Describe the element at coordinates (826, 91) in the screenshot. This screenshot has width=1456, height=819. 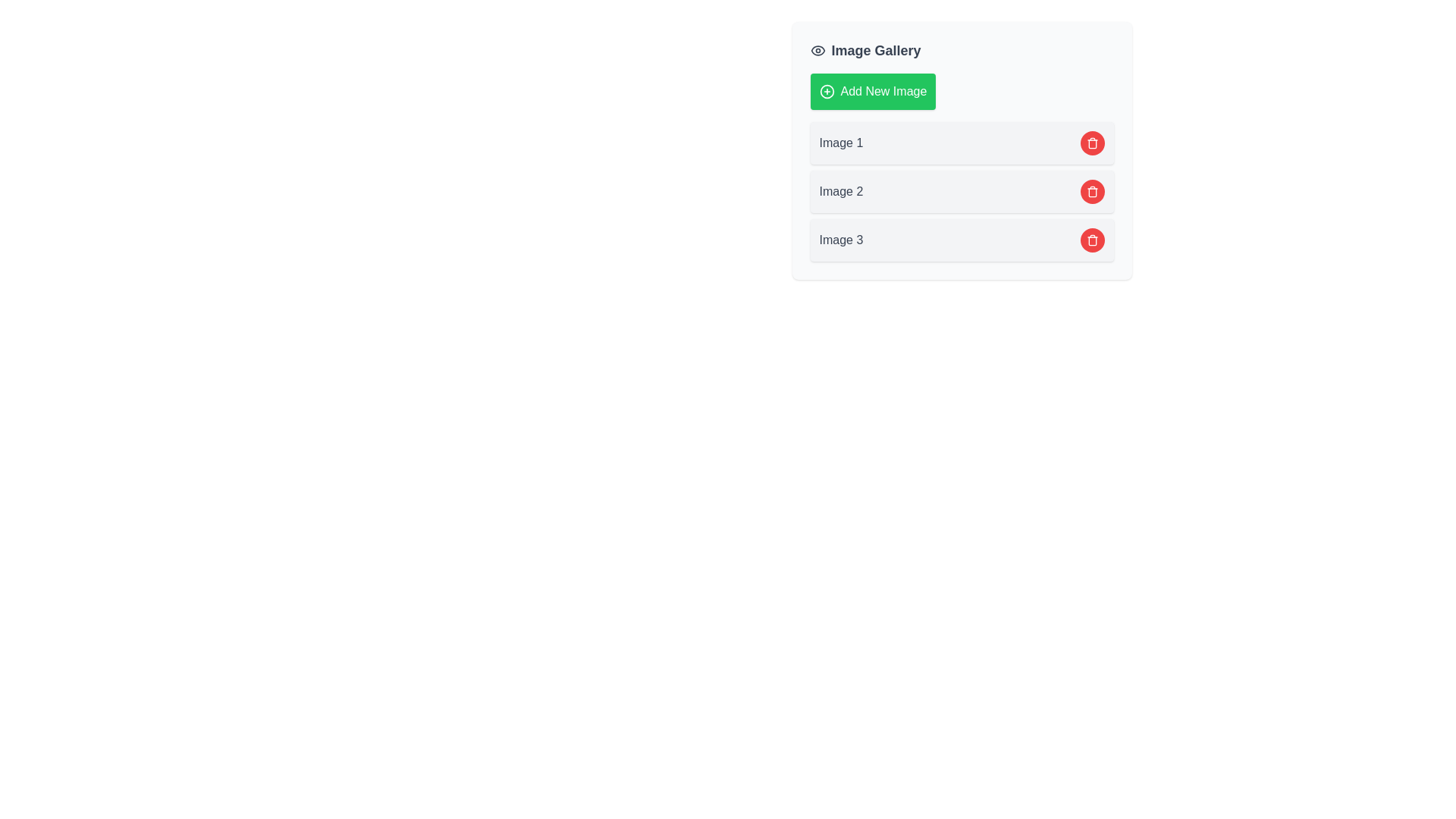
I see `the circular outline of the addition icon, which serves as the border of the 'Add New' function within the SVG icon located at the top-left corner of the 'Add New Image' button` at that location.